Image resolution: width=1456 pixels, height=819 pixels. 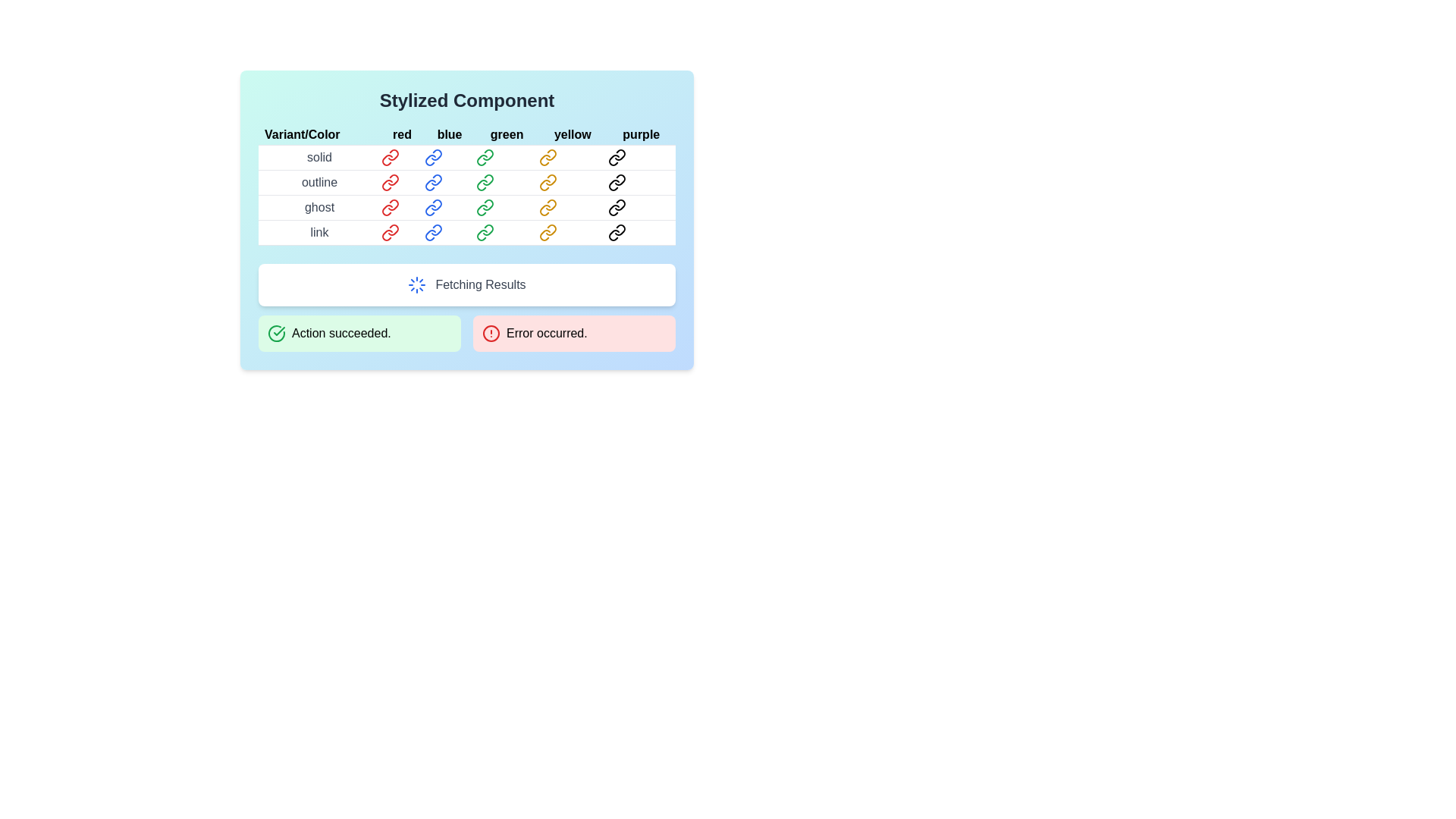 I want to click on the link-shaped icon located in the first row under the 'red' column of the table, so click(x=402, y=158).